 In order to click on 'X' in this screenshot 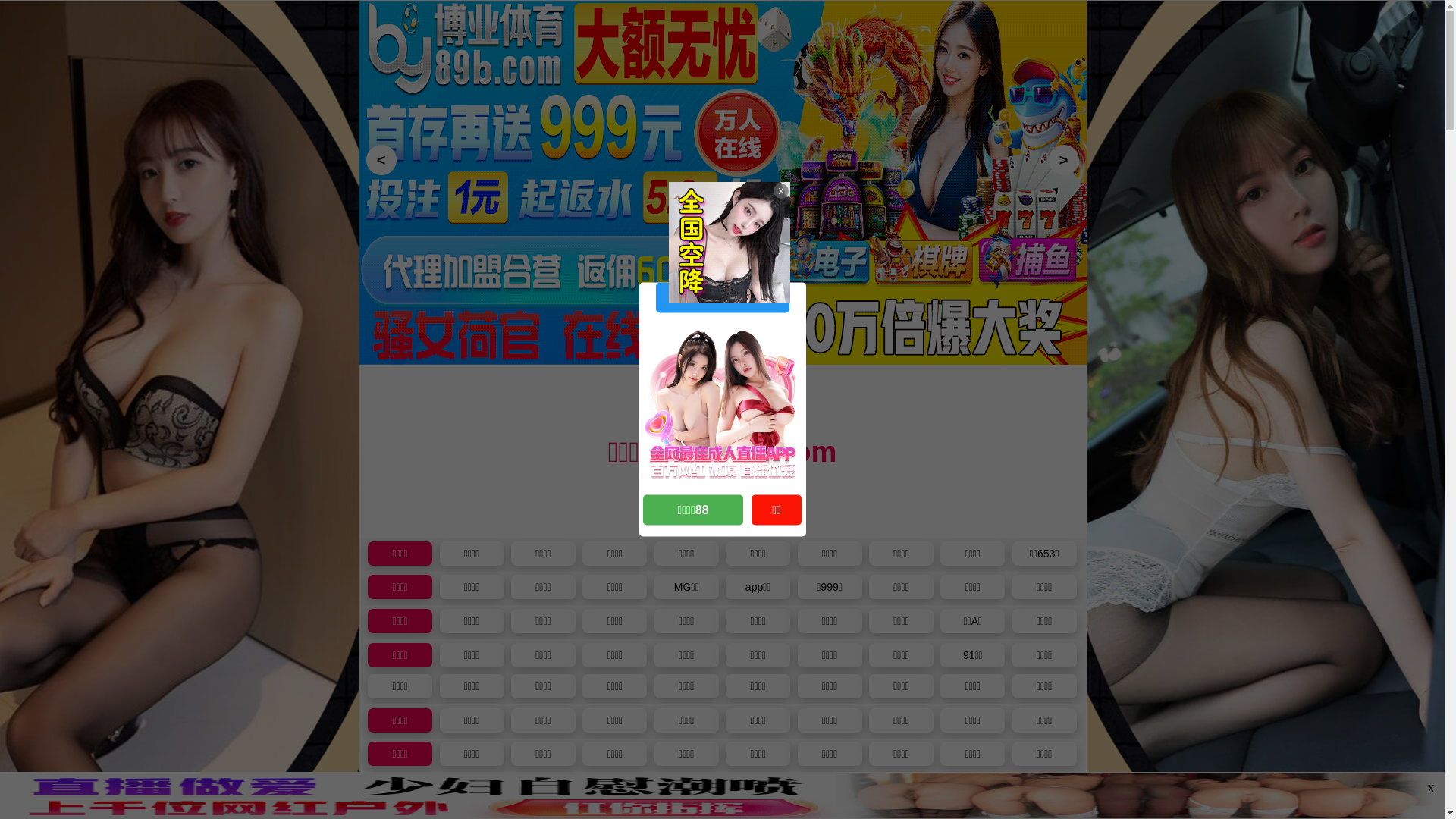, I will do `click(1429, 789)`.